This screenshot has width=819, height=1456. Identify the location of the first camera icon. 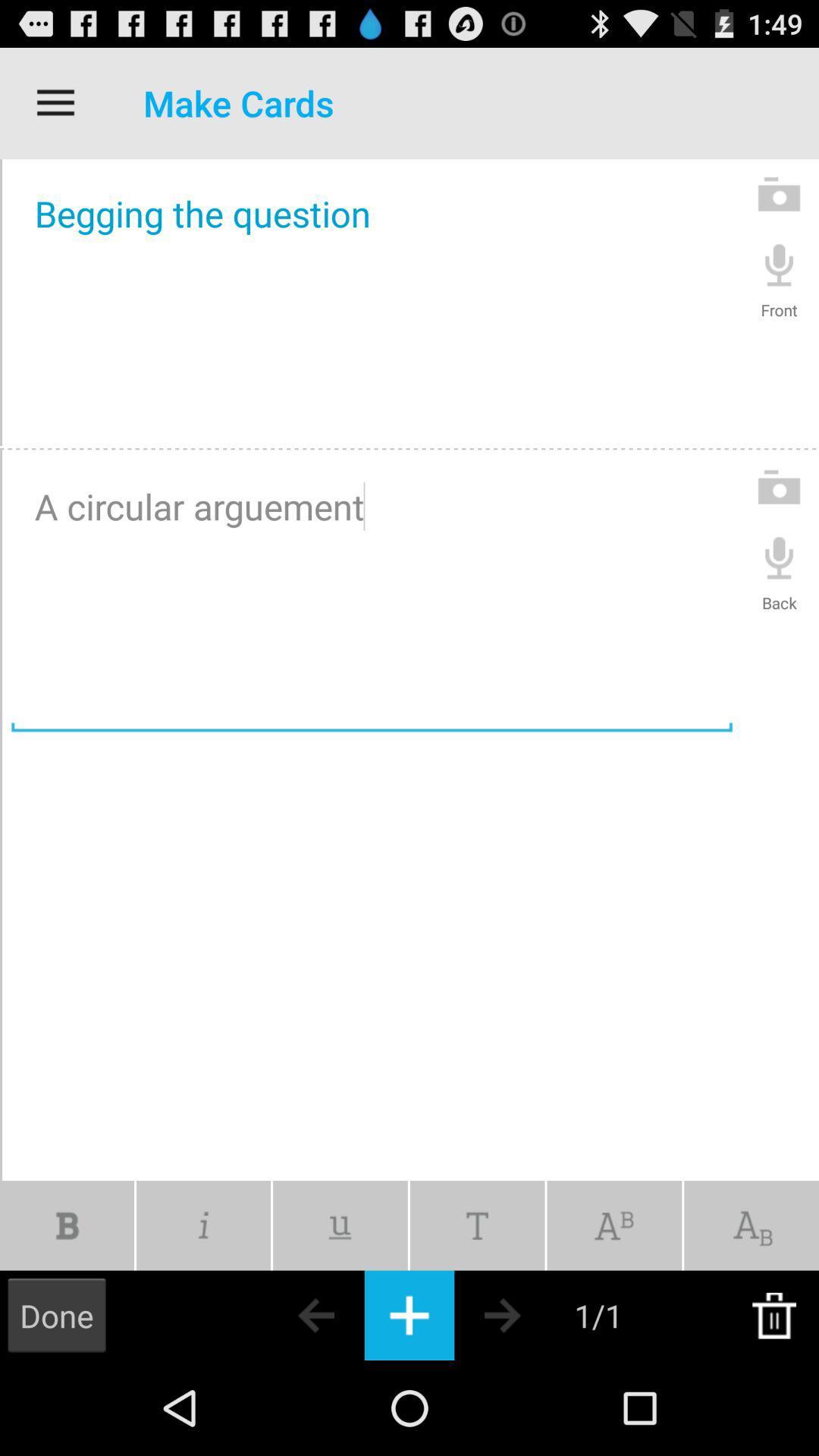
(779, 193).